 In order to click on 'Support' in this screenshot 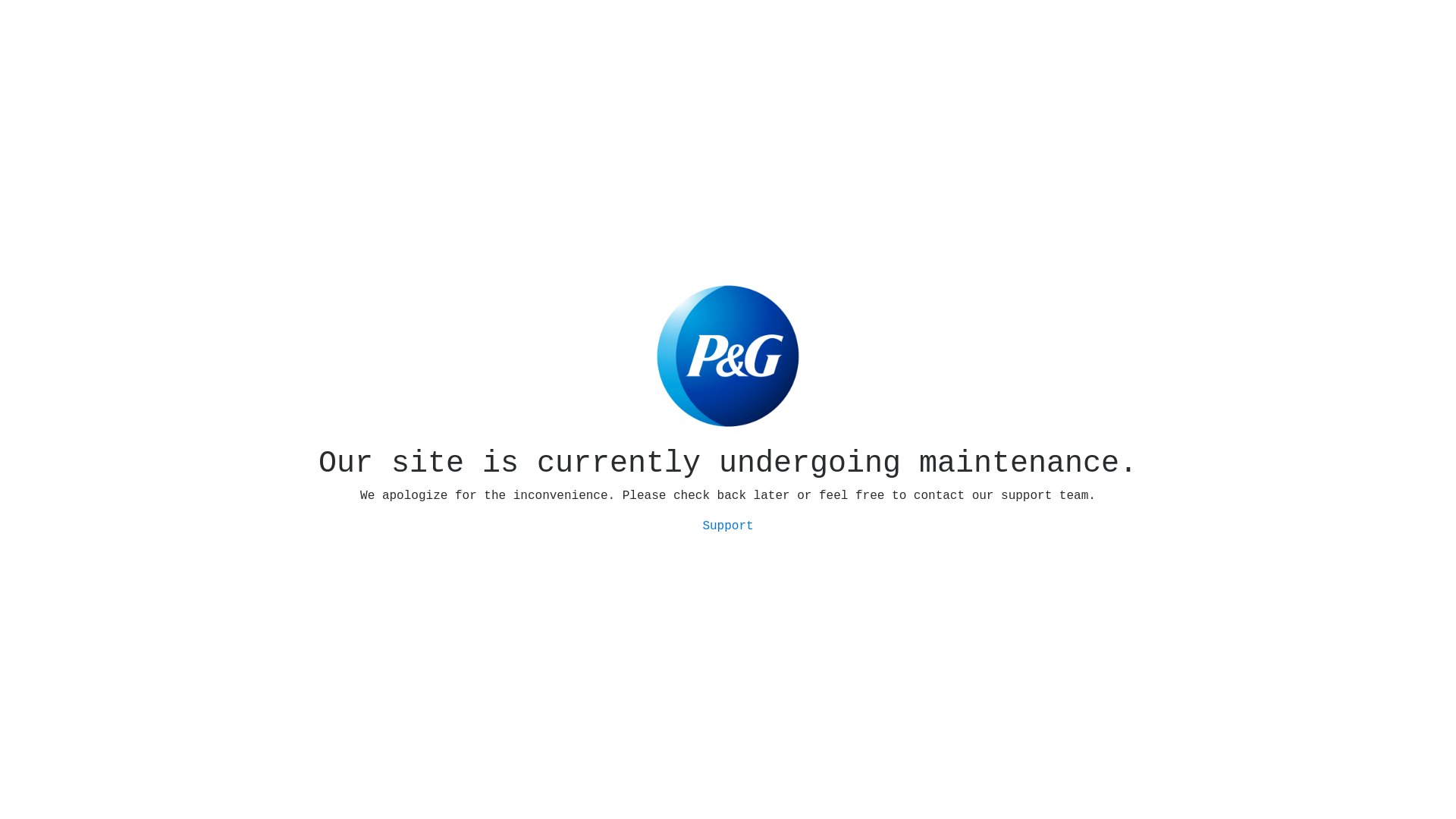, I will do `click(726, 526)`.